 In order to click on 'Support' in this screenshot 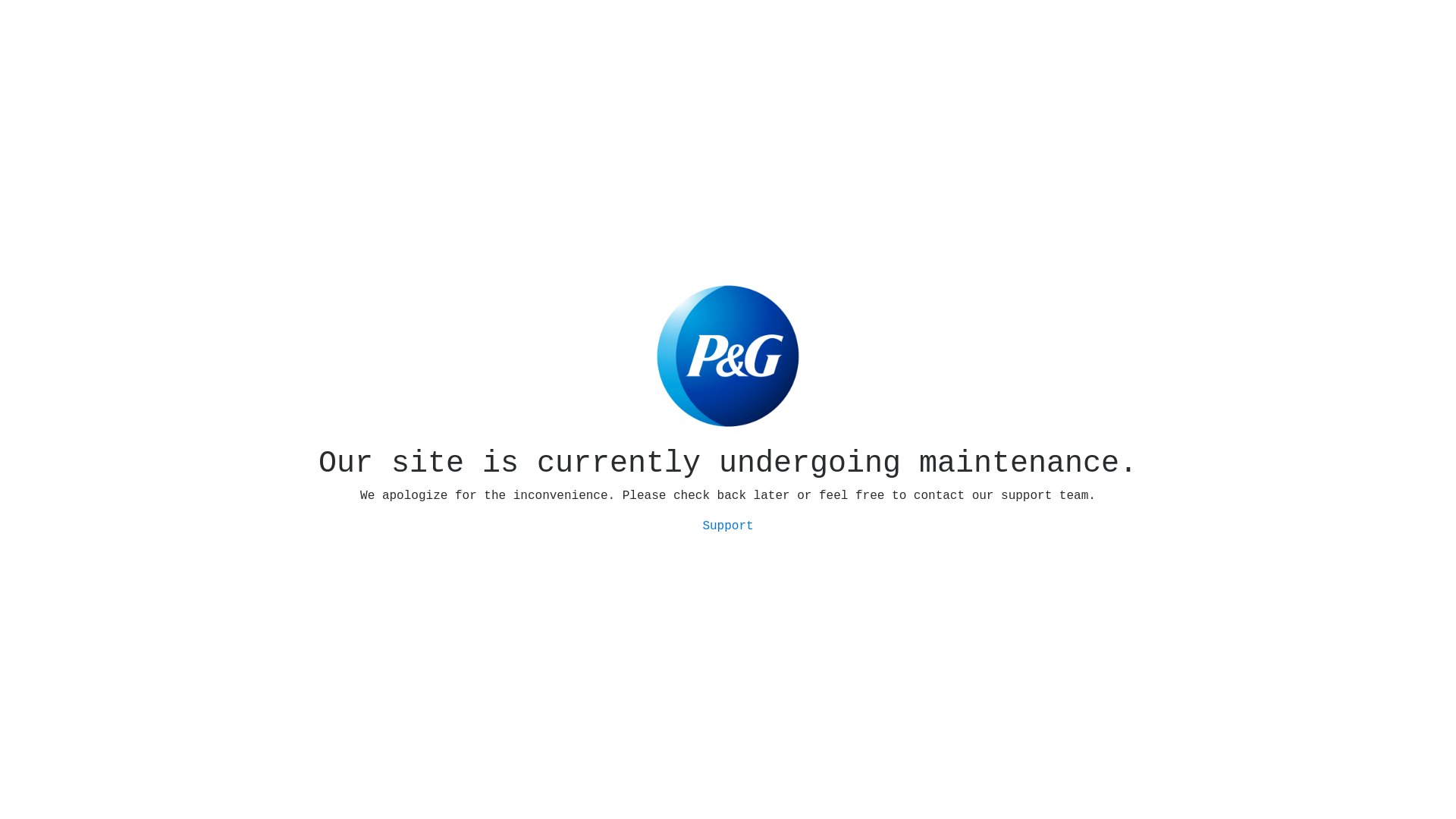, I will do `click(726, 526)`.